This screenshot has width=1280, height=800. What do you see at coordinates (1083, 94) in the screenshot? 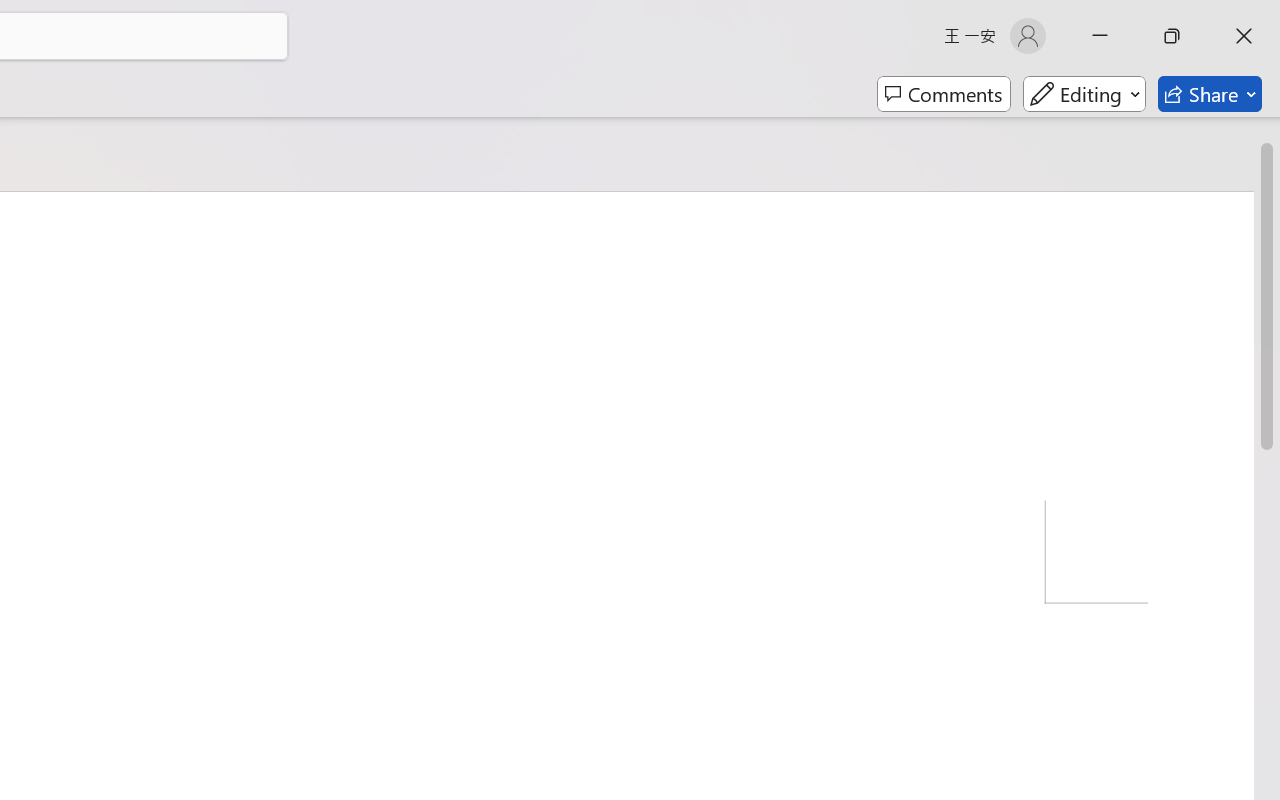
I see `'Mode'` at bounding box center [1083, 94].